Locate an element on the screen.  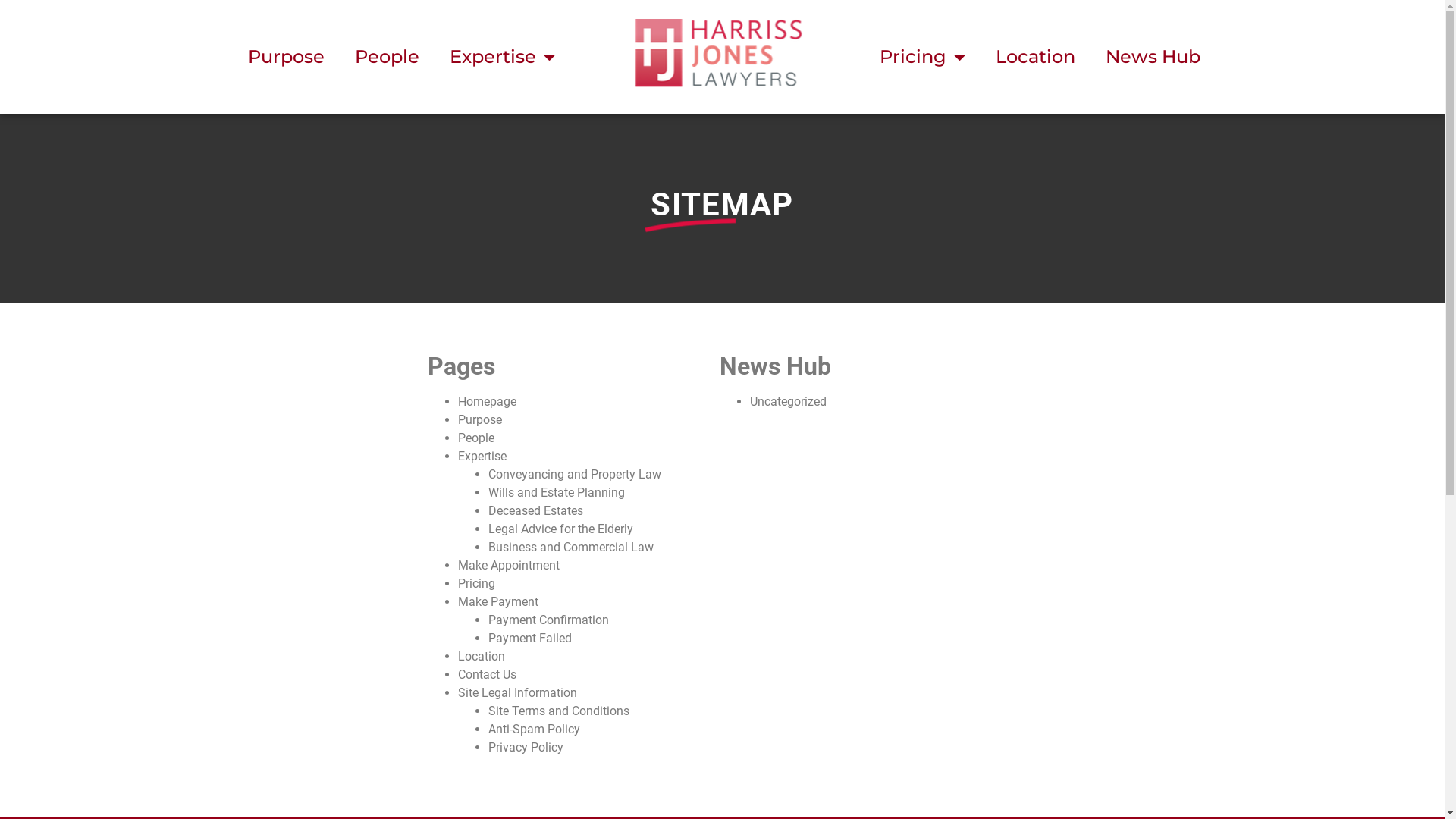
'Site Legal Information' is located at coordinates (517, 692).